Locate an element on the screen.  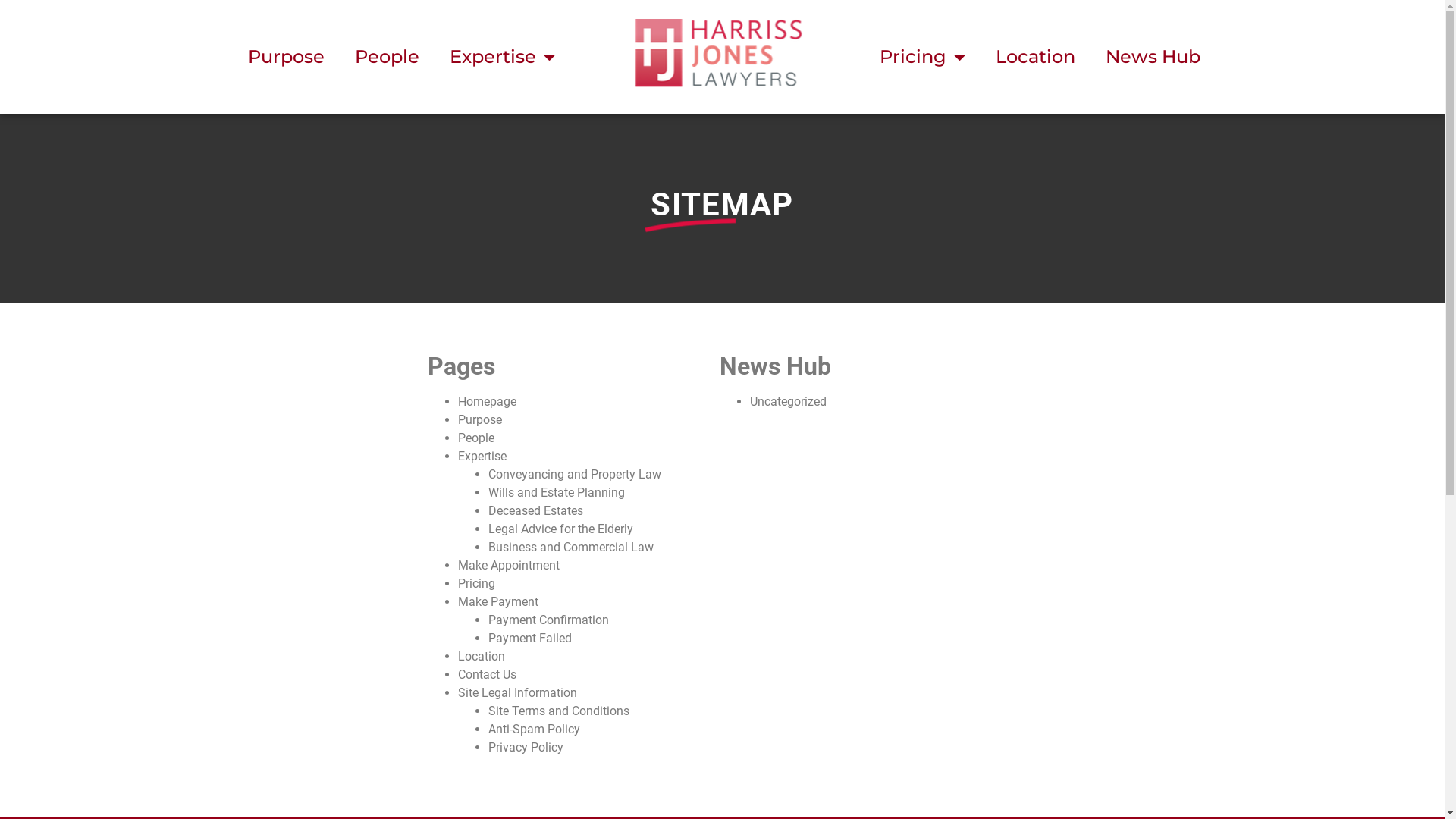
'Site Legal Information' is located at coordinates (517, 692).